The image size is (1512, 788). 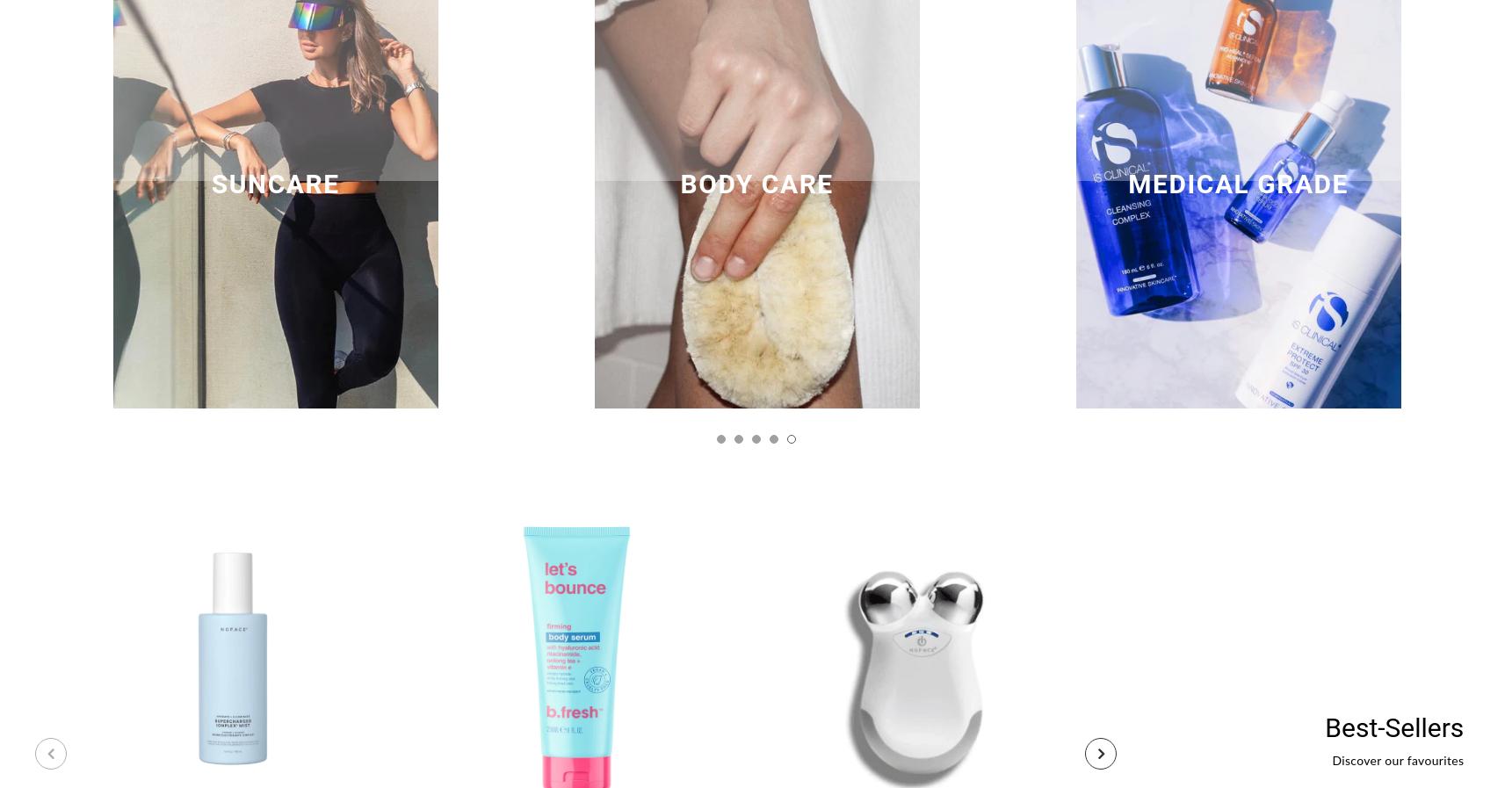 What do you see at coordinates (756, 183) in the screenshot?
I see `'Body Care'` at bounding box center [756, 183].